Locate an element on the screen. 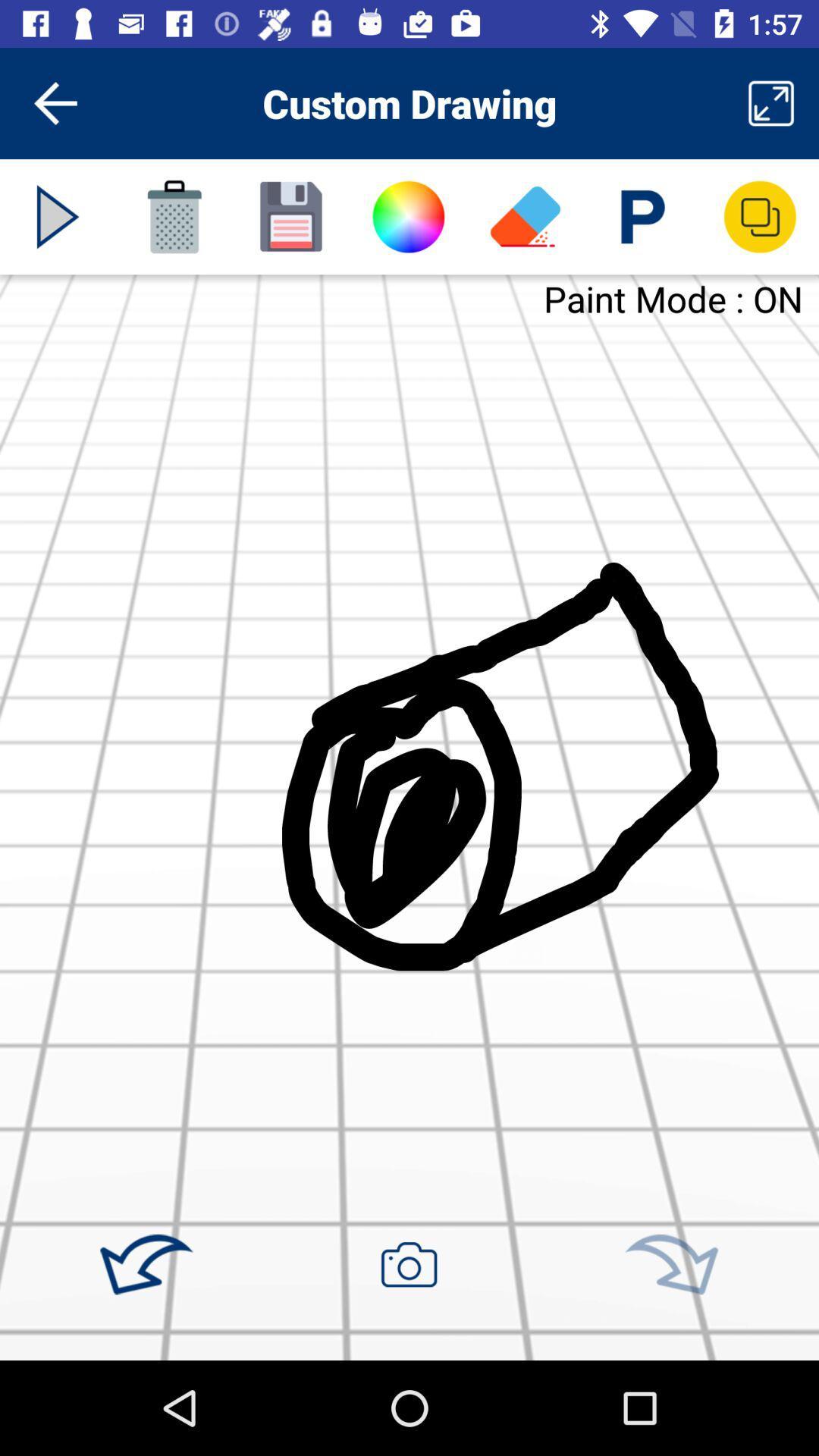  button is located at coordinates (57, 216).